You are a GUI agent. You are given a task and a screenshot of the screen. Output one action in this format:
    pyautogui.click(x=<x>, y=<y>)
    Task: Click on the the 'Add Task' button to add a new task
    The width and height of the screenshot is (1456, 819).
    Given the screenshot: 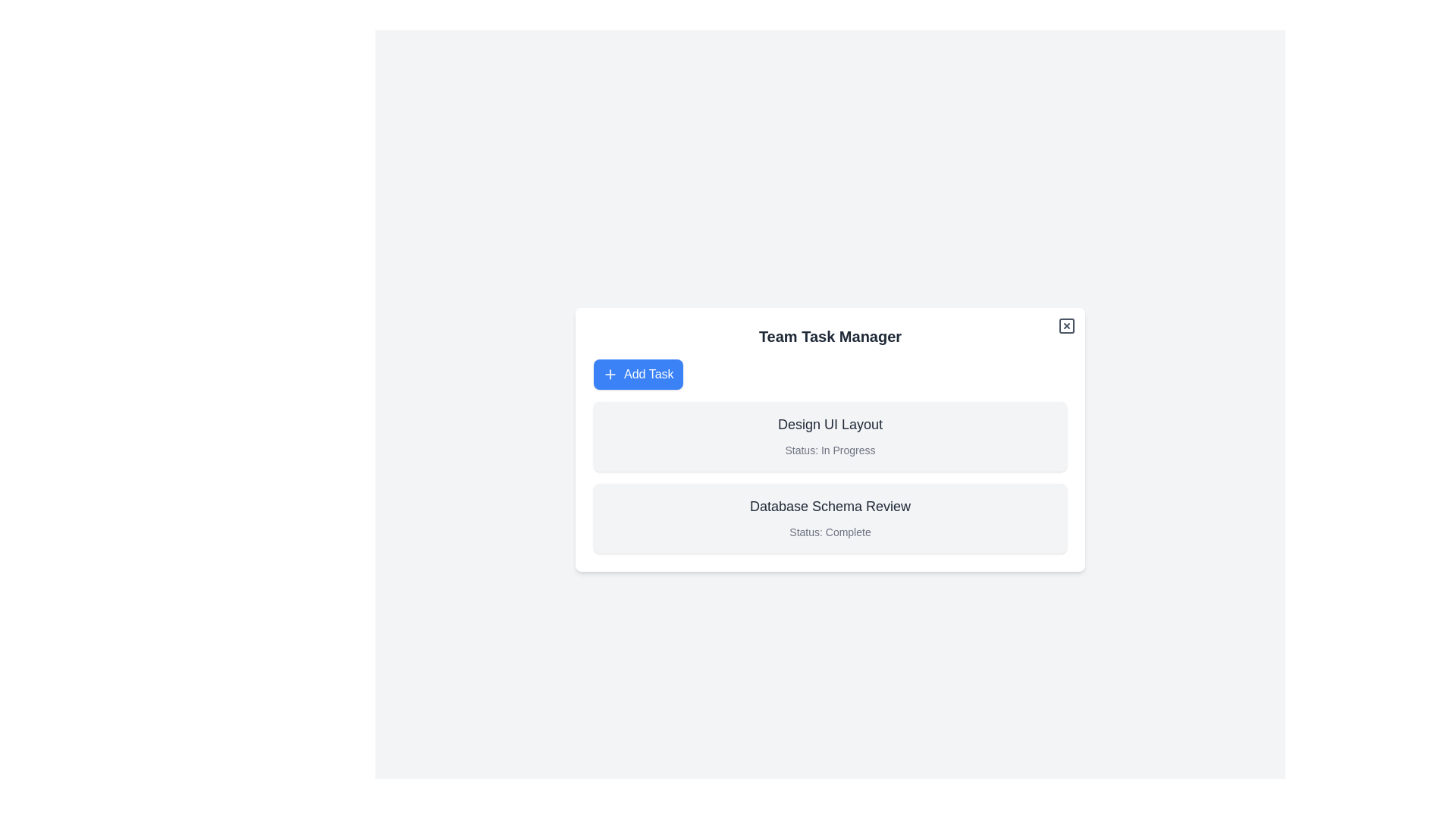 What is the action you would take?
    pyautogui.click(x=638, y=374)
    